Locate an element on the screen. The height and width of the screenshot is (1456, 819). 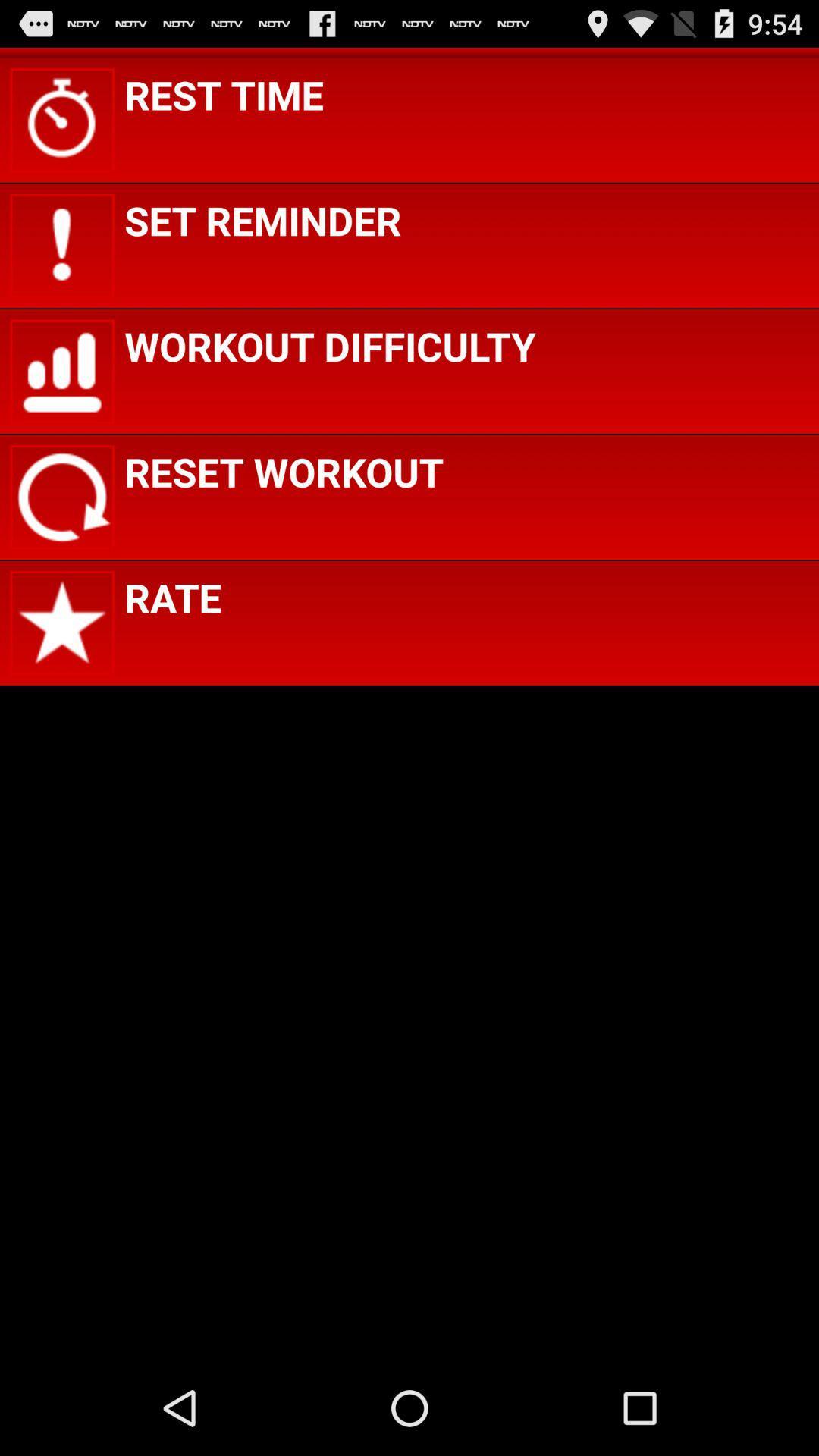
item below workout difficulty is located at coordinates (284, 471).